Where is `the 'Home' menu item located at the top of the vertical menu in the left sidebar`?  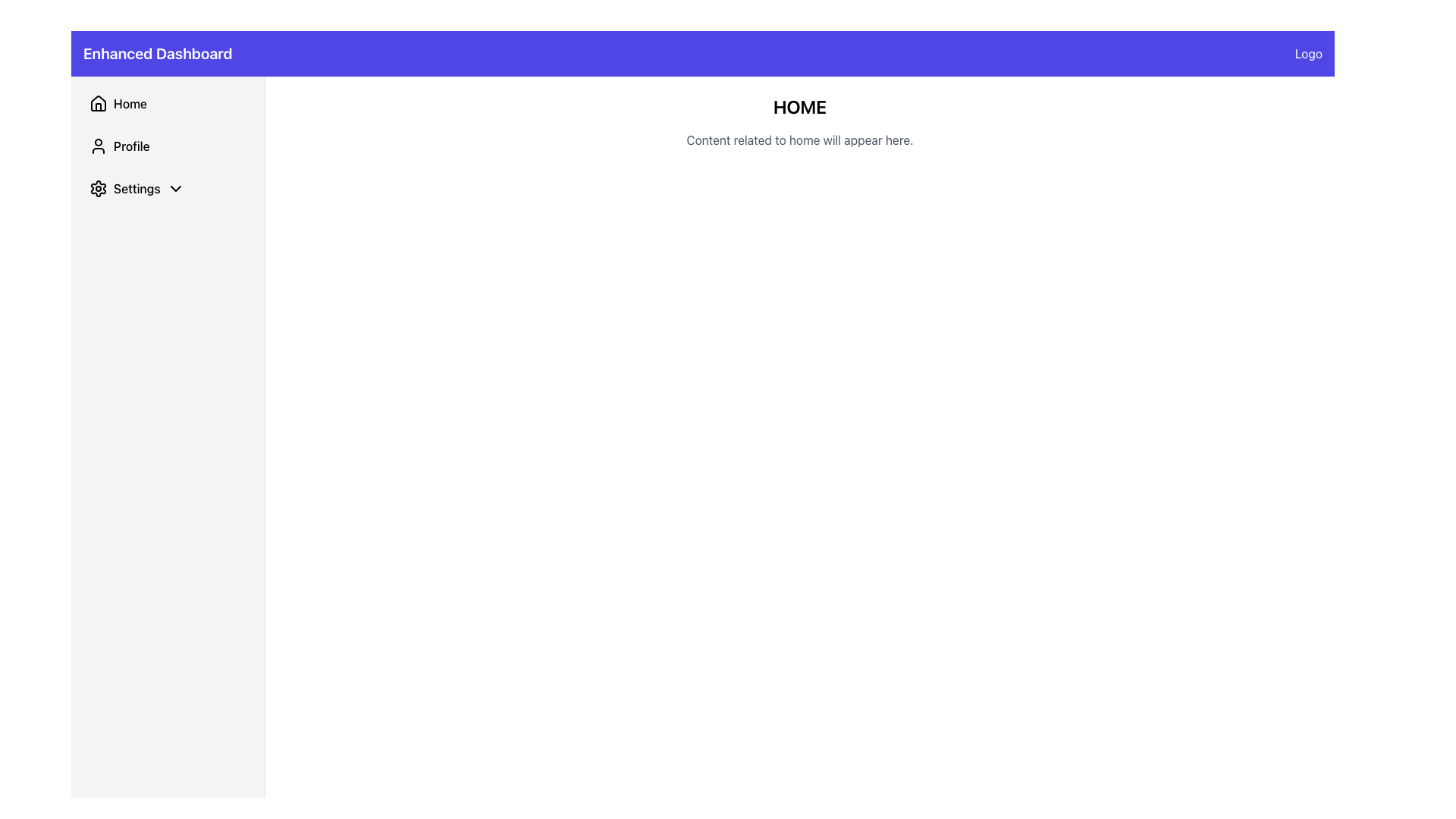 the 'Home' menu item located at the top of the vertical menu in the left sidebar is located at coordinates (168, 103).